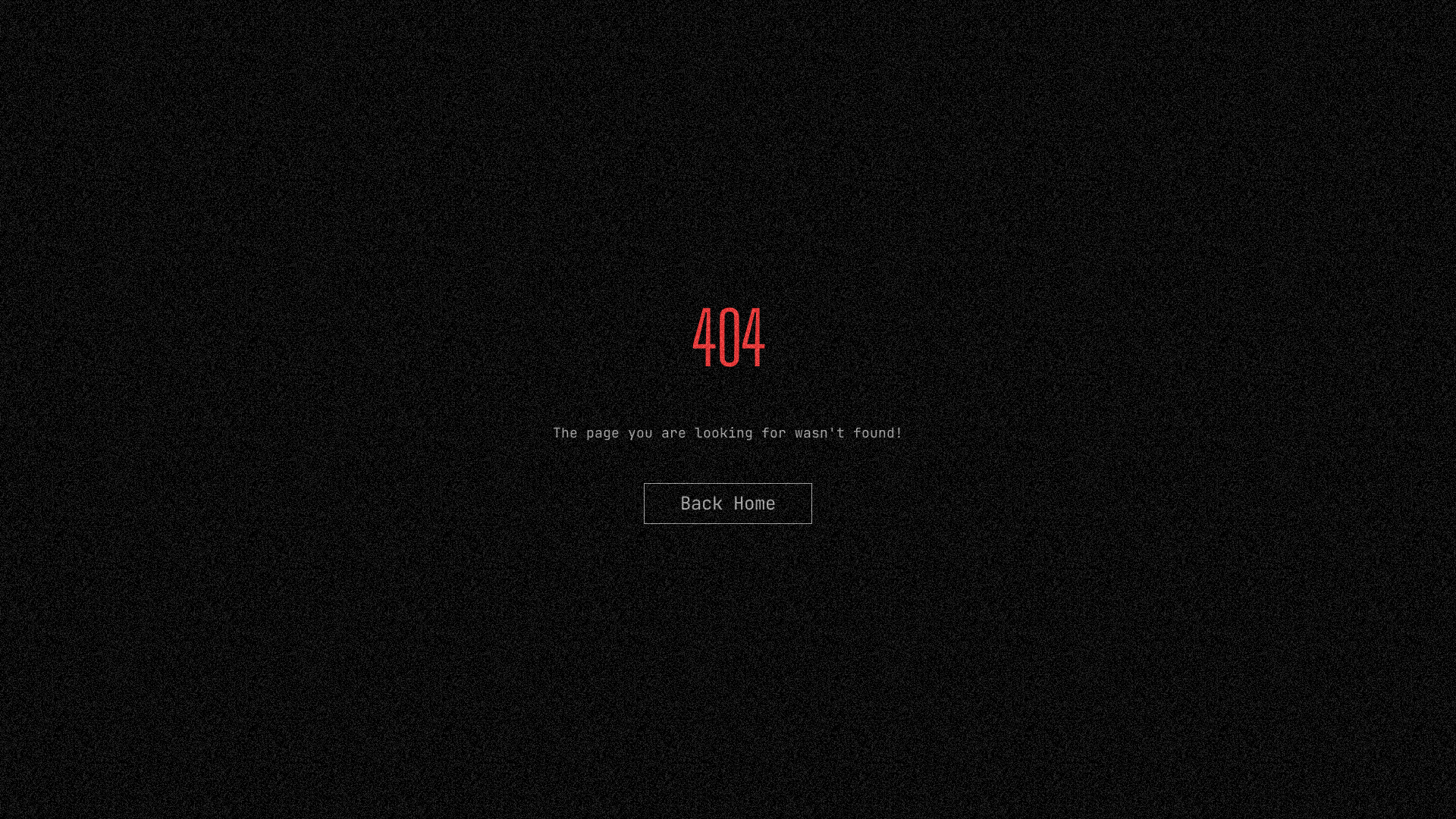  What do you see at coordinates (728, 503) in the screenshot?
I see `'Back Home'` at bounding box center [728, 503].